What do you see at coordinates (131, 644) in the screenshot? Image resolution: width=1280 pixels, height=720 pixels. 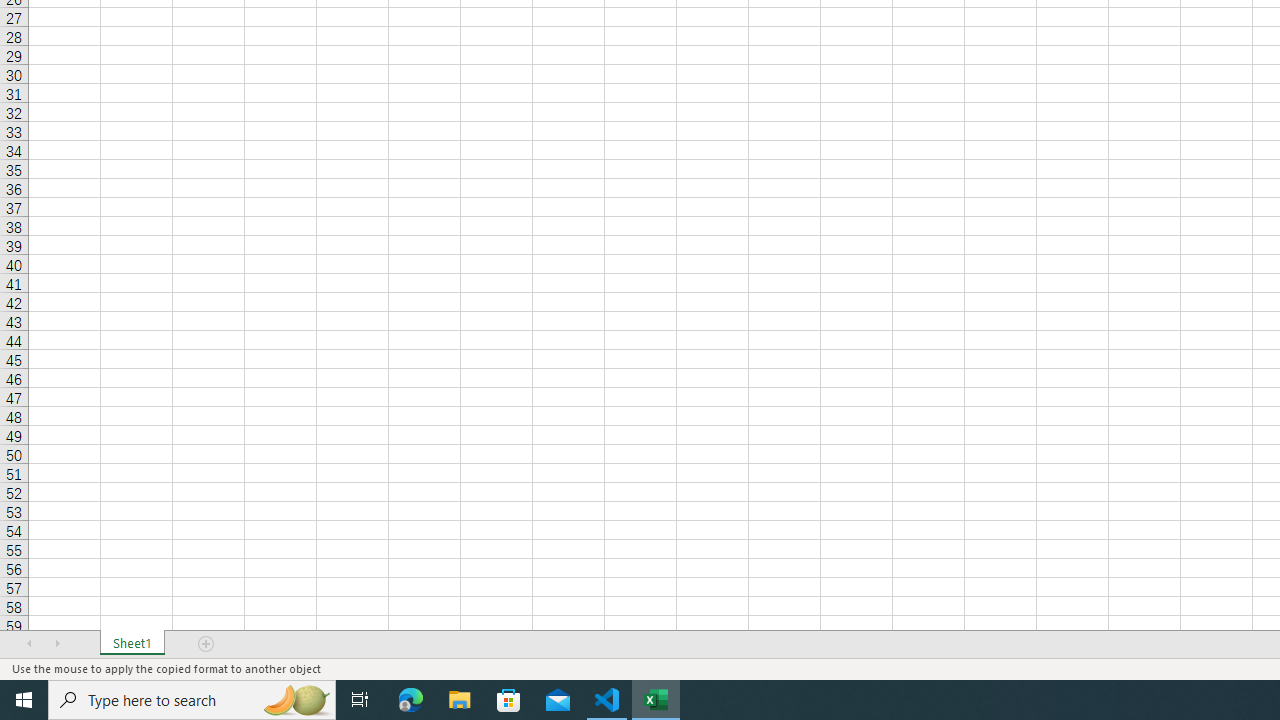 I see `'Sheet1'` at bounding box center [131, 644].